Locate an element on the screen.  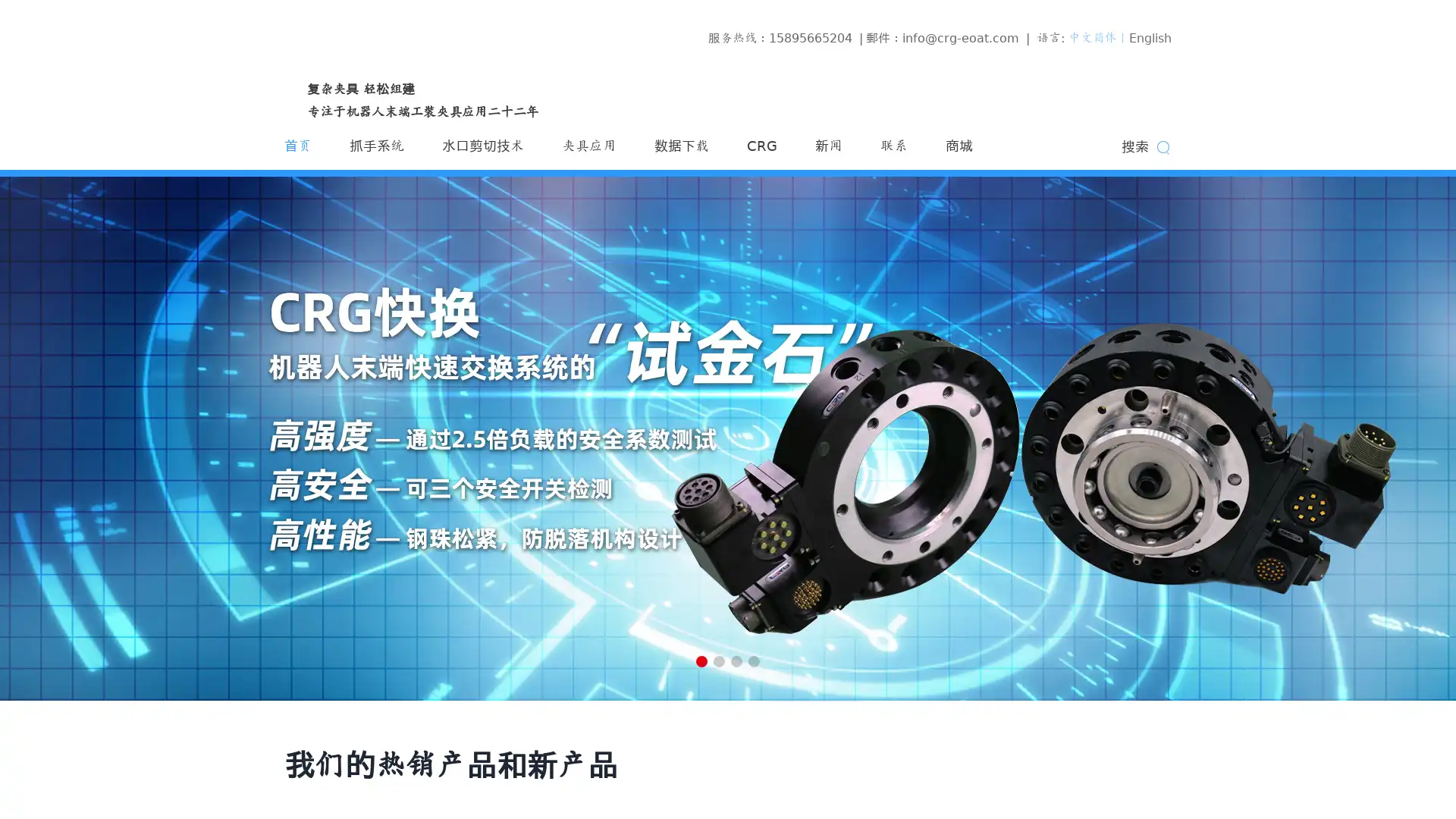
Go to slide 2 is located at coordinates (718, 661).